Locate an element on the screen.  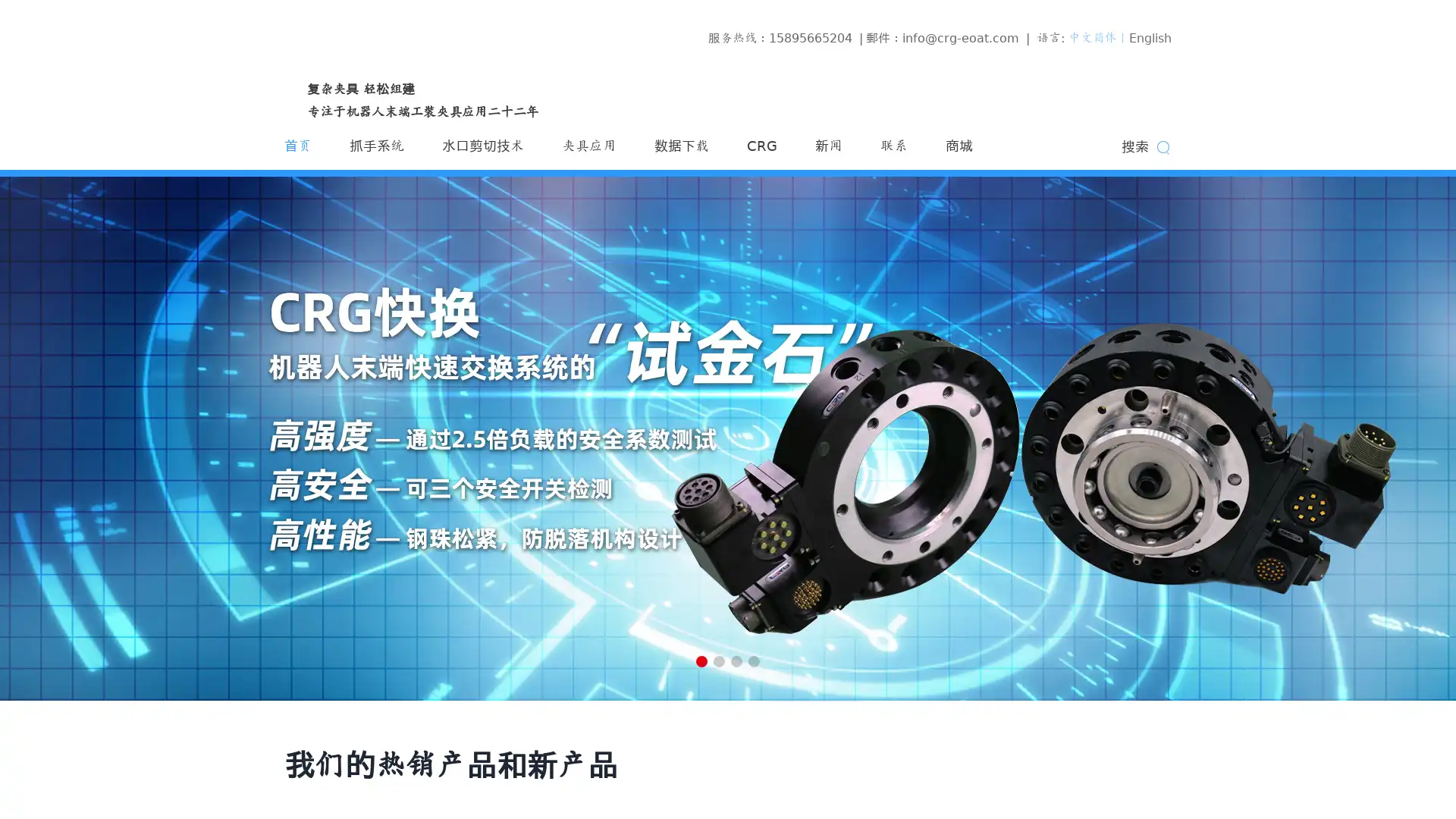
Go to slide 2 is located at coordinates (718, 661).